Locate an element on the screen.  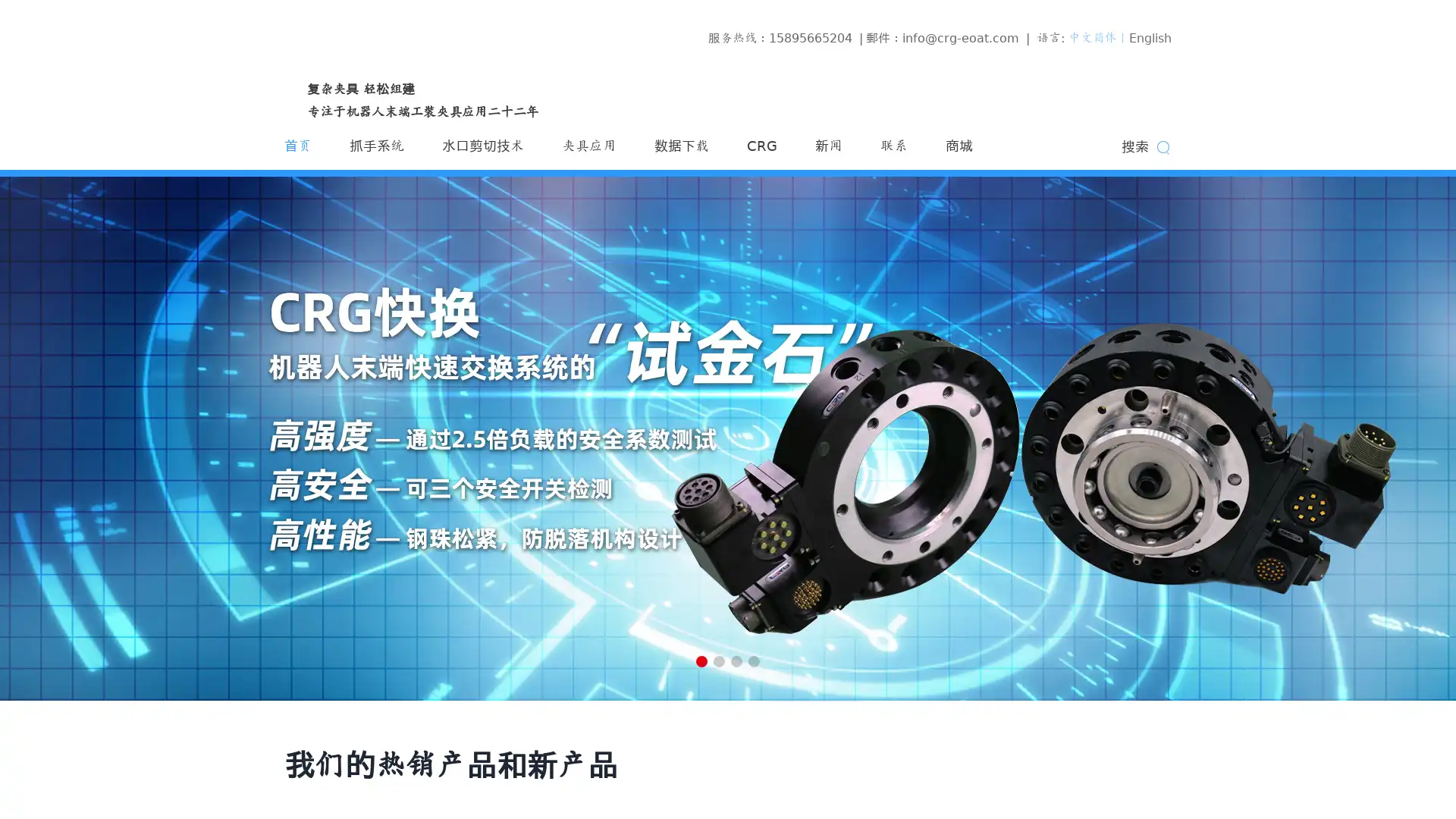
Go to slide 2 is located at coordinates (718, 661).